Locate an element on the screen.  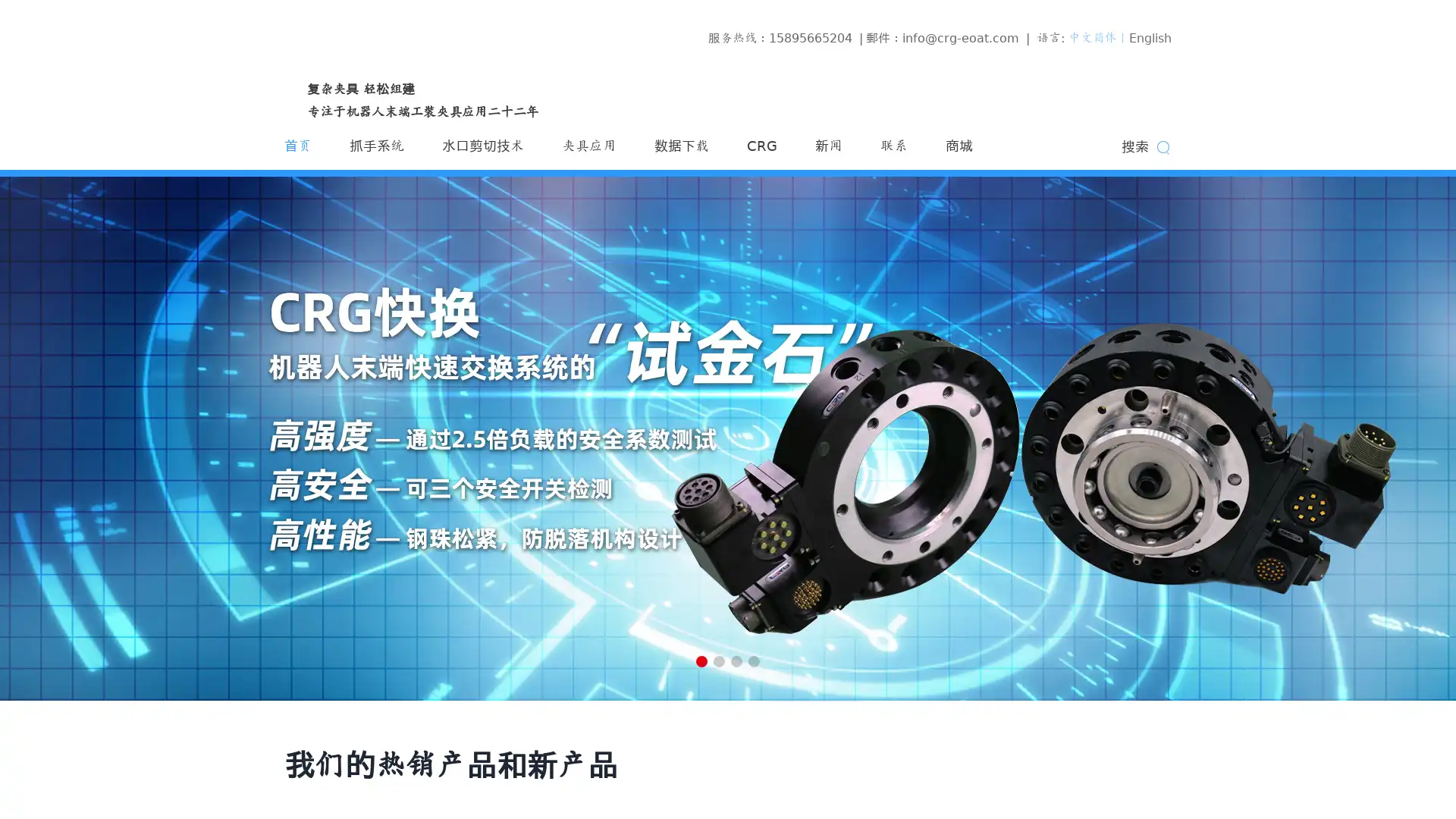
Go to slide 2 is located at coordinates (718, 661).